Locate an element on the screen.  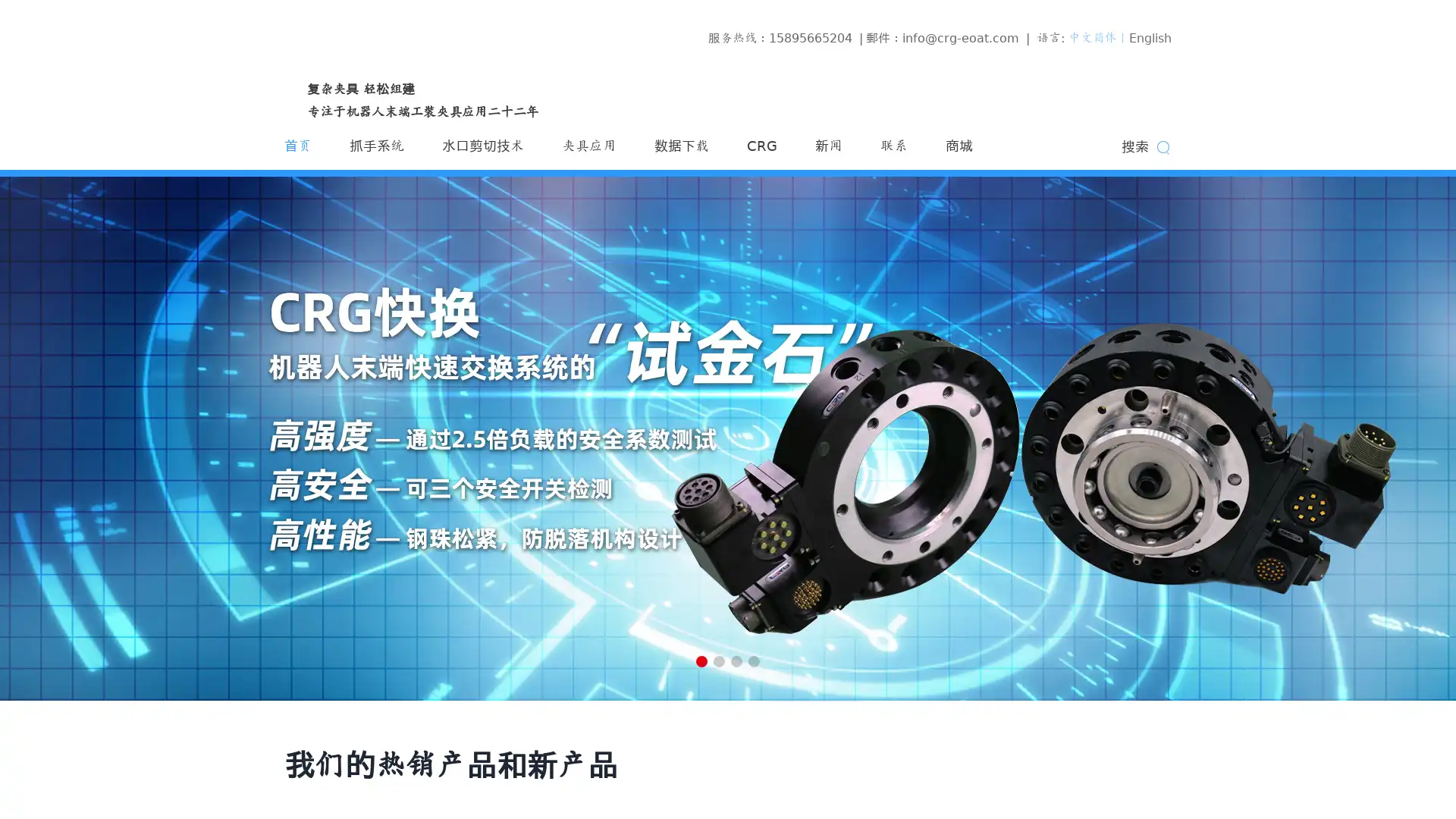
Go to slide 2 is located at coordinates (718, 661).